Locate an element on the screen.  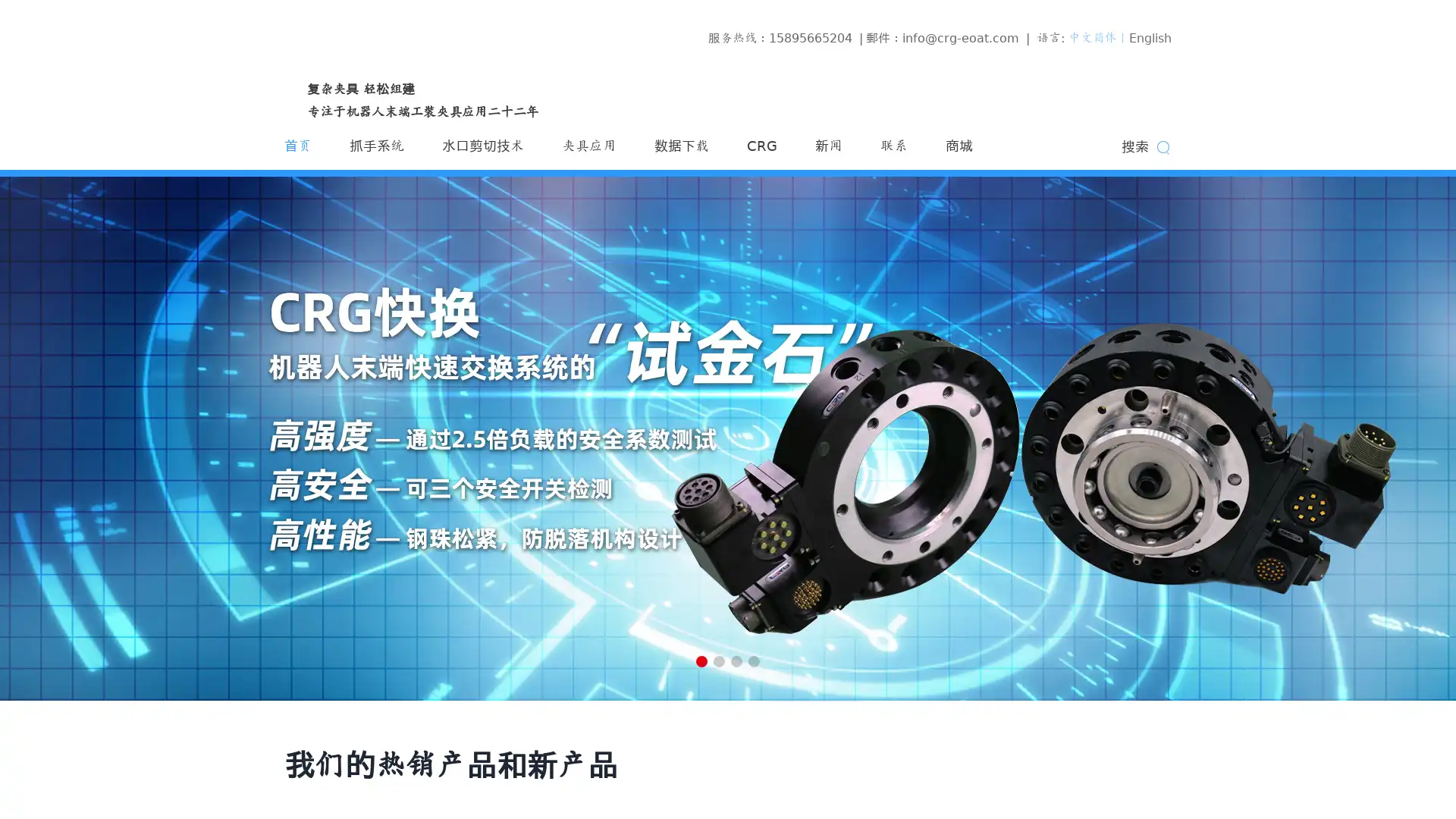
Go to slide 2 is located at coordinates (718, 661).